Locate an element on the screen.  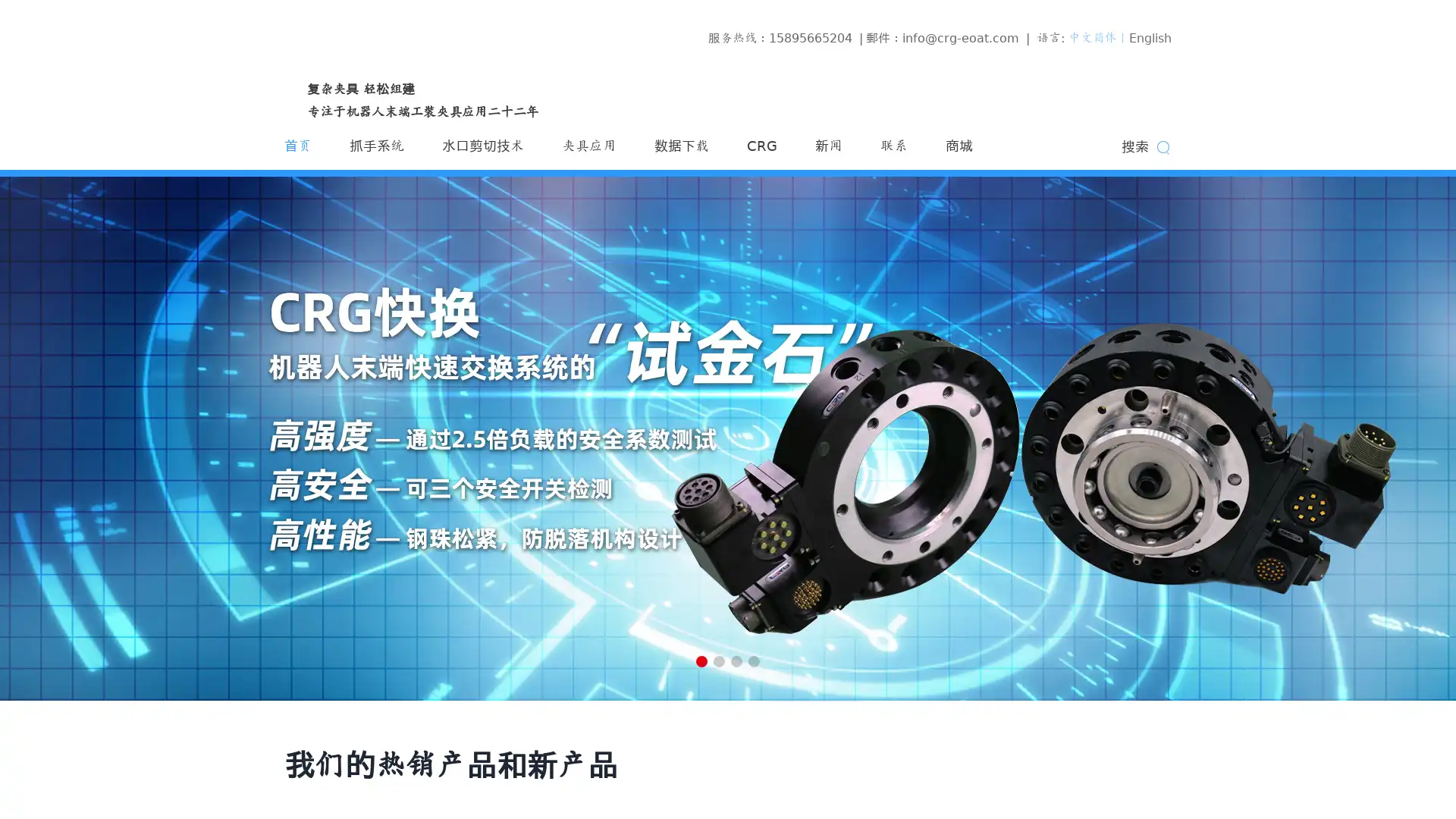
Go to slide 2 is located at coordinates (718, 661).